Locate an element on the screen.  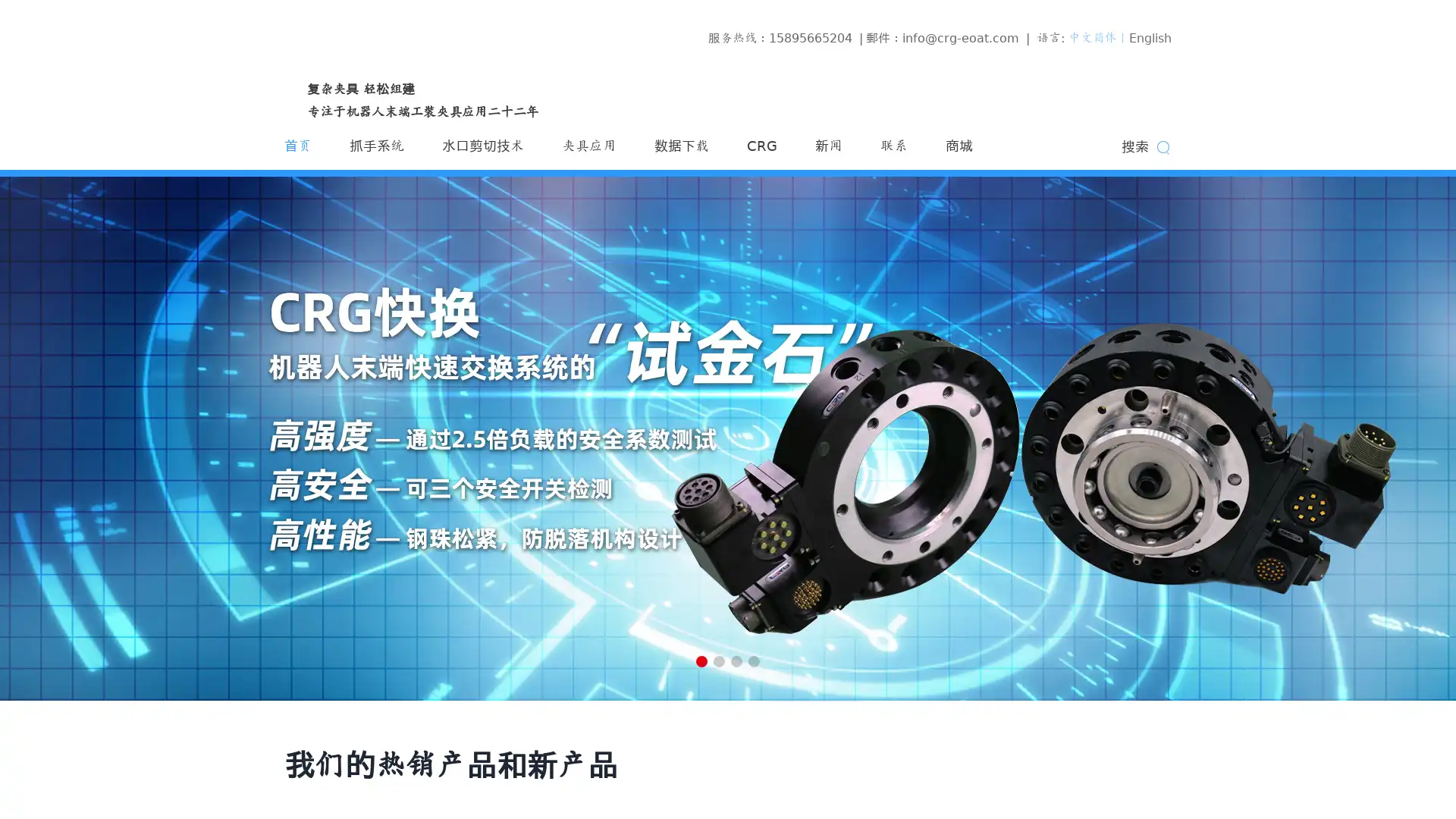
Go to slide 2 is located at coordinates (718, 661).